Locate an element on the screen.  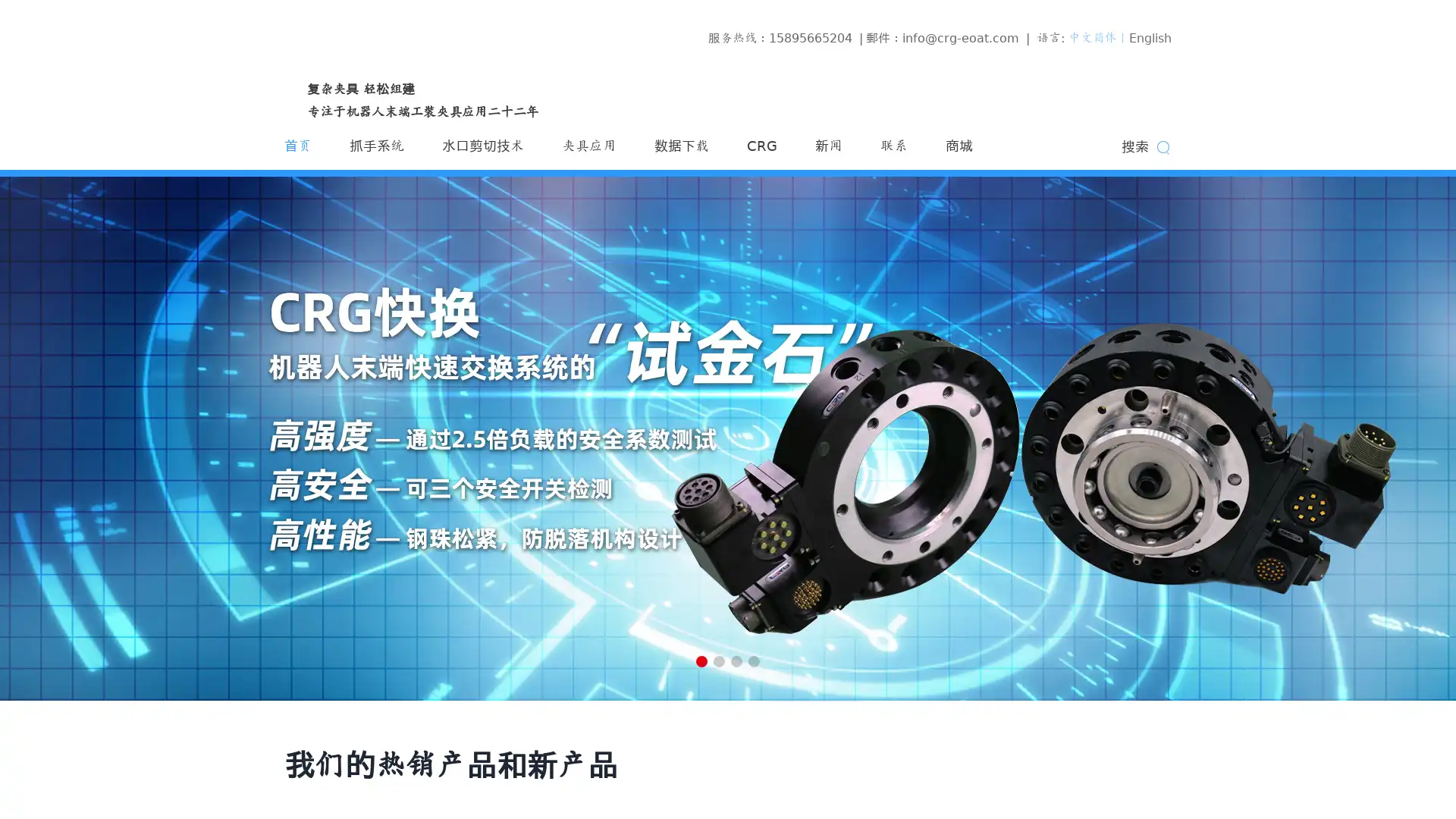
Go to slide 2 is located at coordinates (718, 661).